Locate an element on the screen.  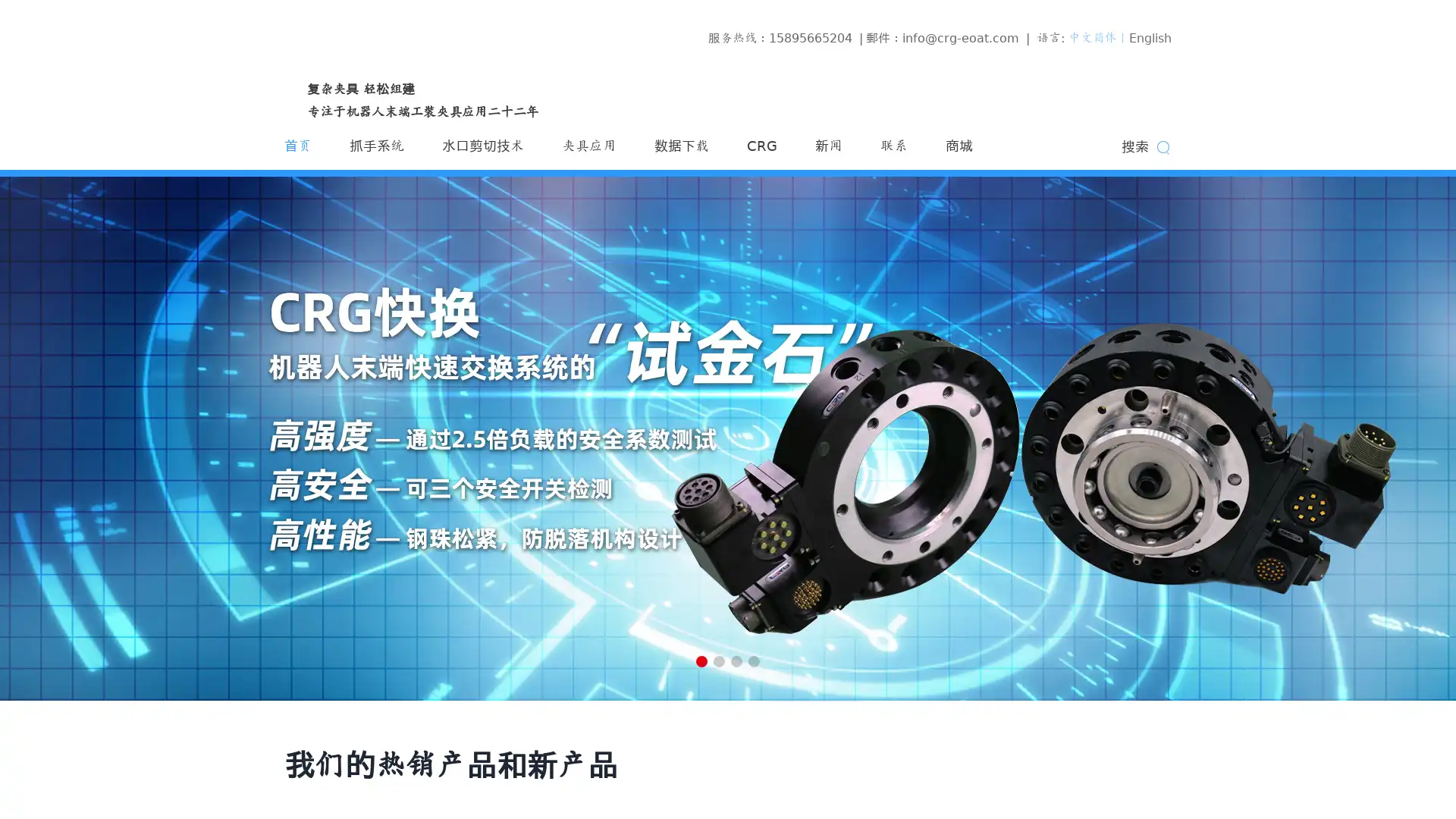
Go to slide 2 is located at coordinates (718, 661).